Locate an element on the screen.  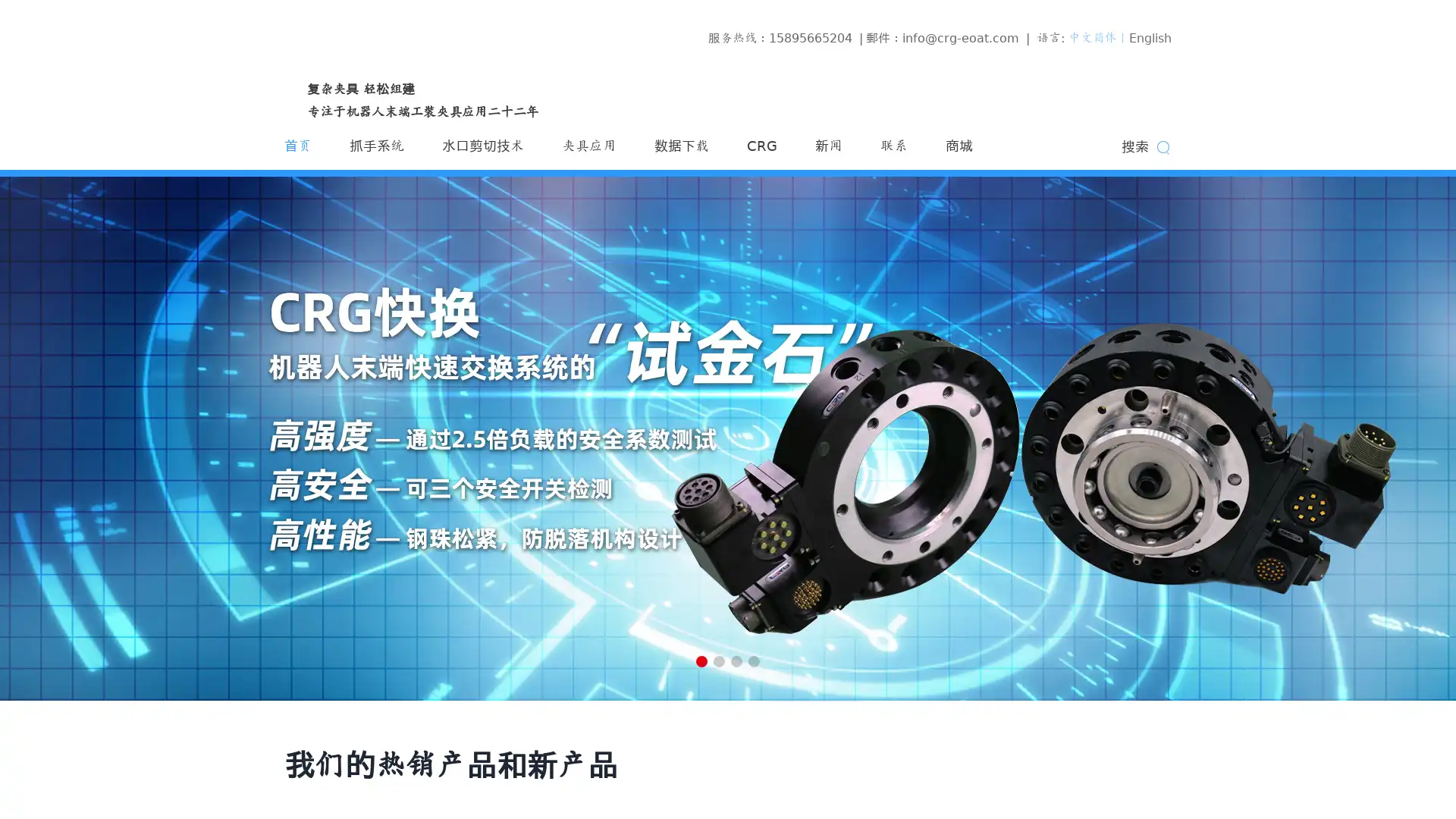
Go to slide 2 is located at coordinates (718, 661).